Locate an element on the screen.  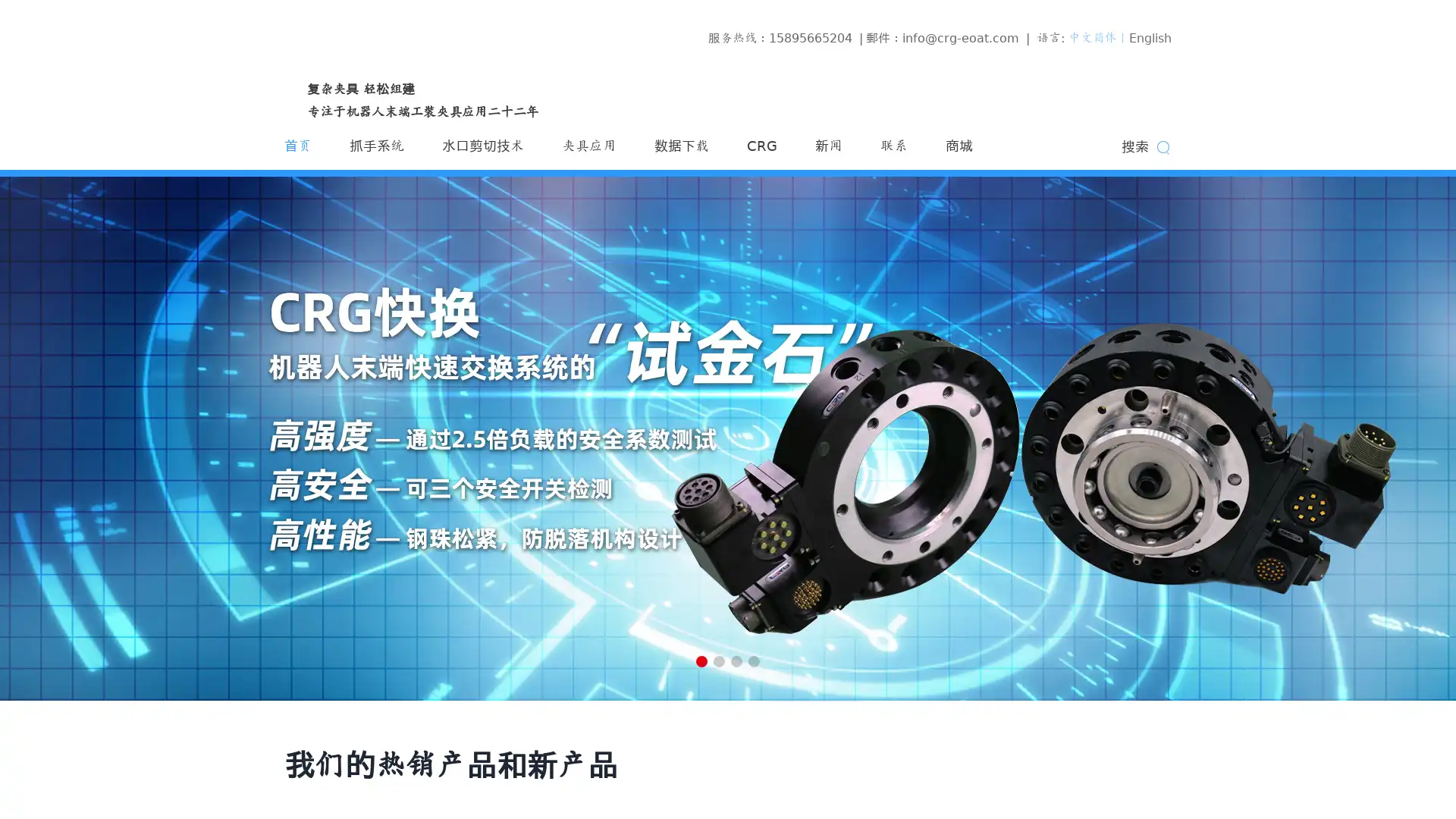
Go to slide 2 is located at coordinates (718, 661).